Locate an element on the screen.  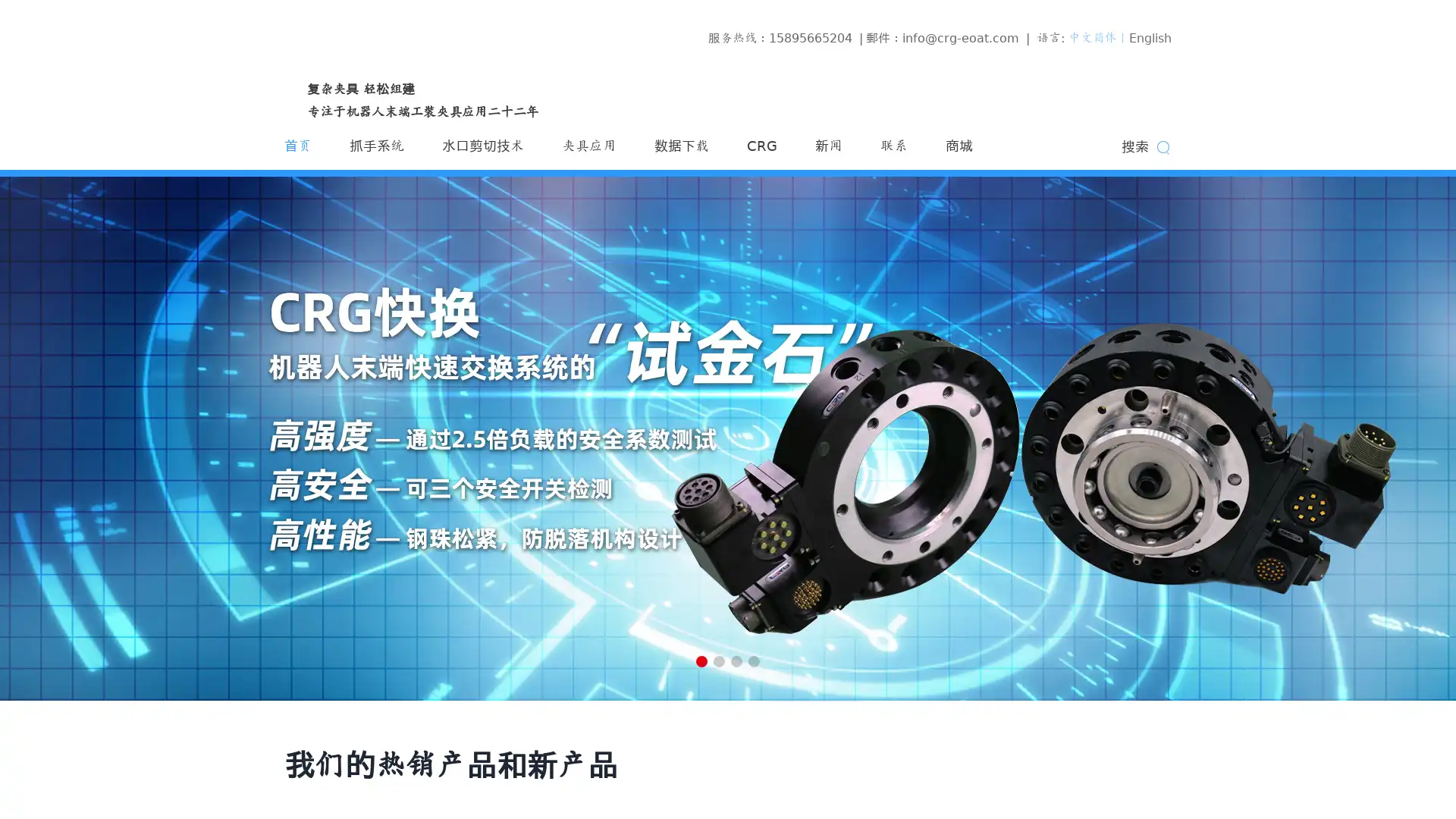
Go to slide 2 is located at coordinates (718, 661).